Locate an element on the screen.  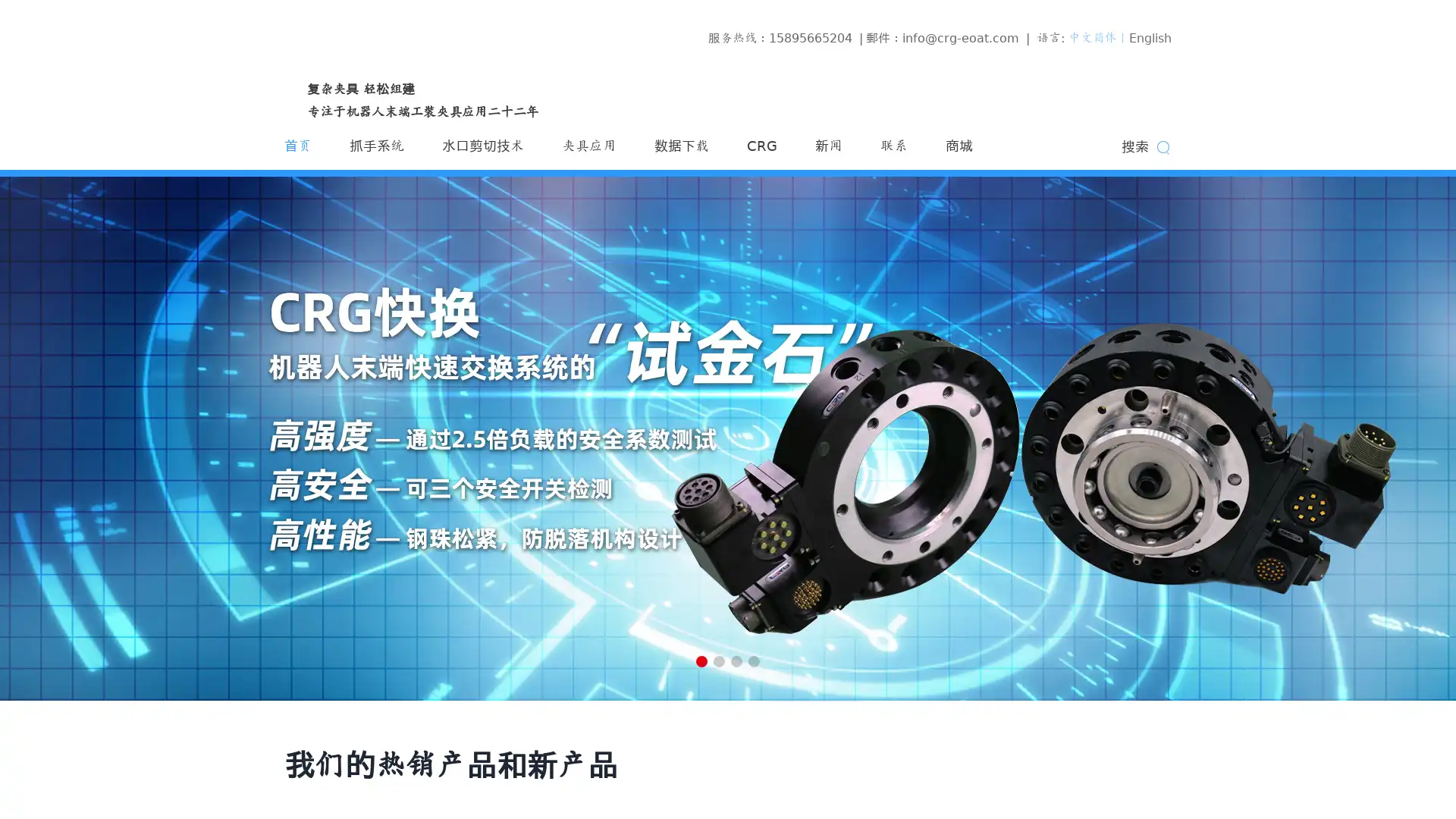
Go to slide 2 is located at coordinates (718, 661).